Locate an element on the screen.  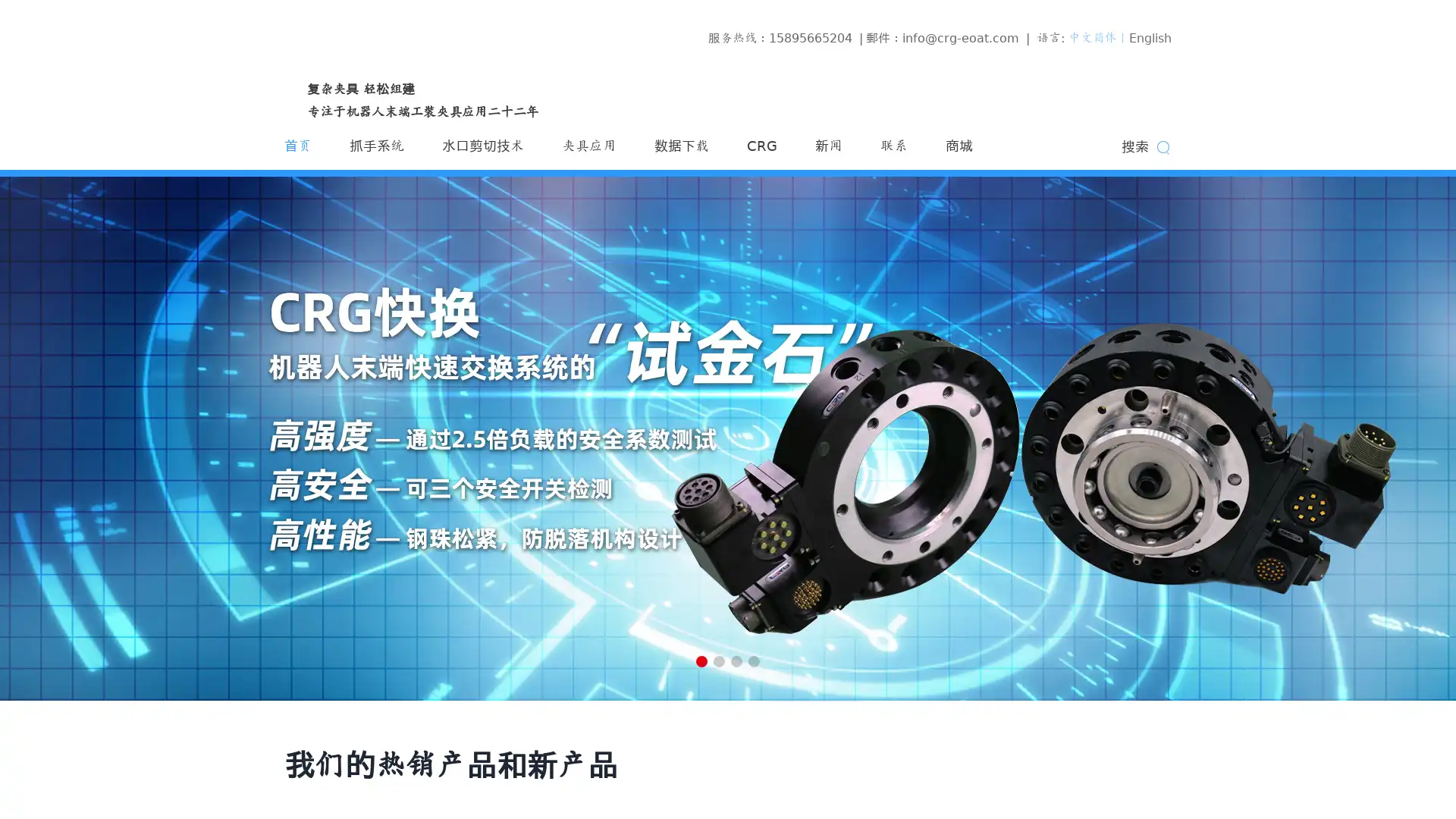
Go to slide 2 is located at coordinates (718, 661).